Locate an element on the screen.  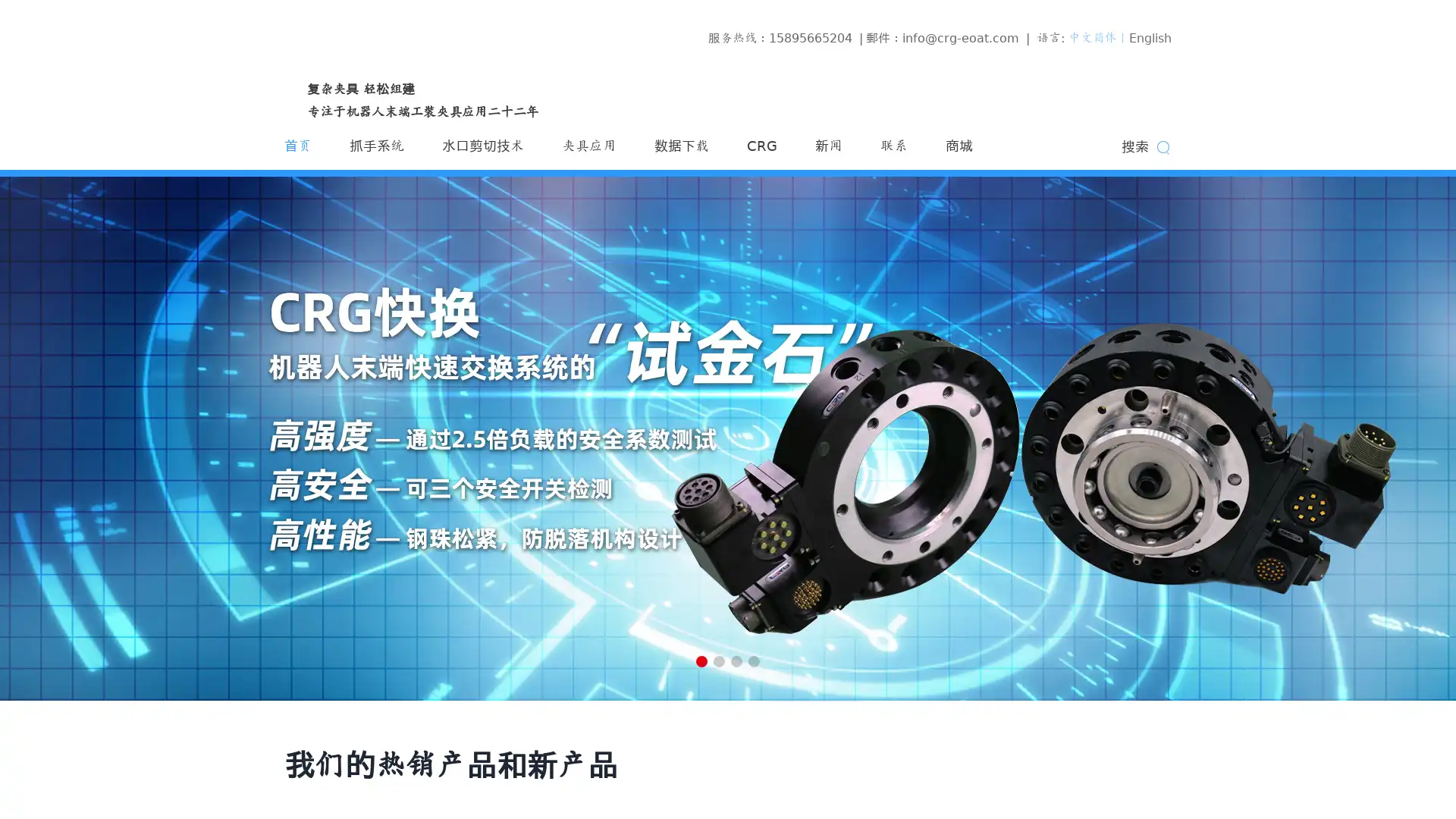
Go to slide 2 is located at coordinates (718, 661).